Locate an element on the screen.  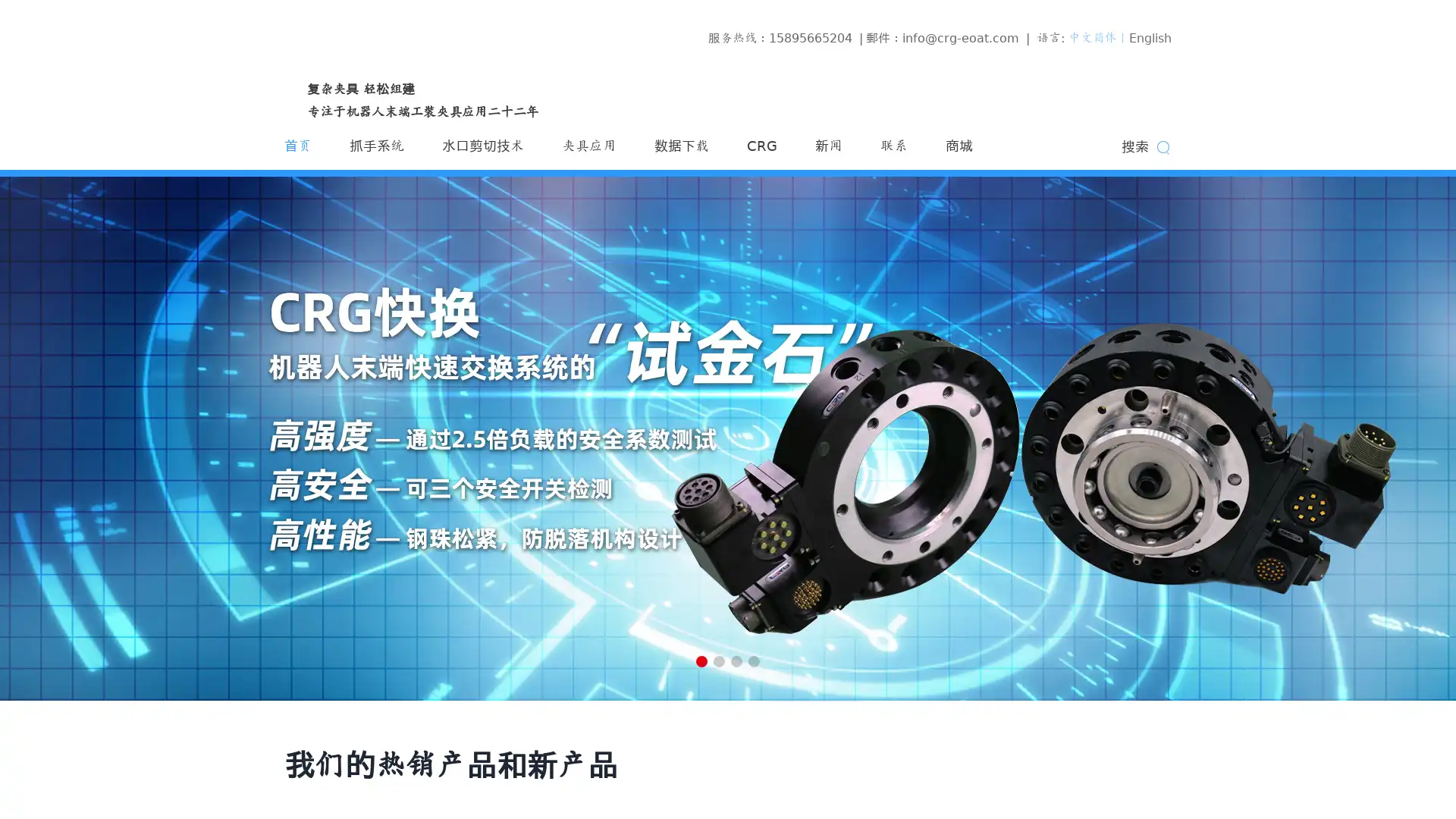
Go to slide 2 is located at coordinates (718, 661).